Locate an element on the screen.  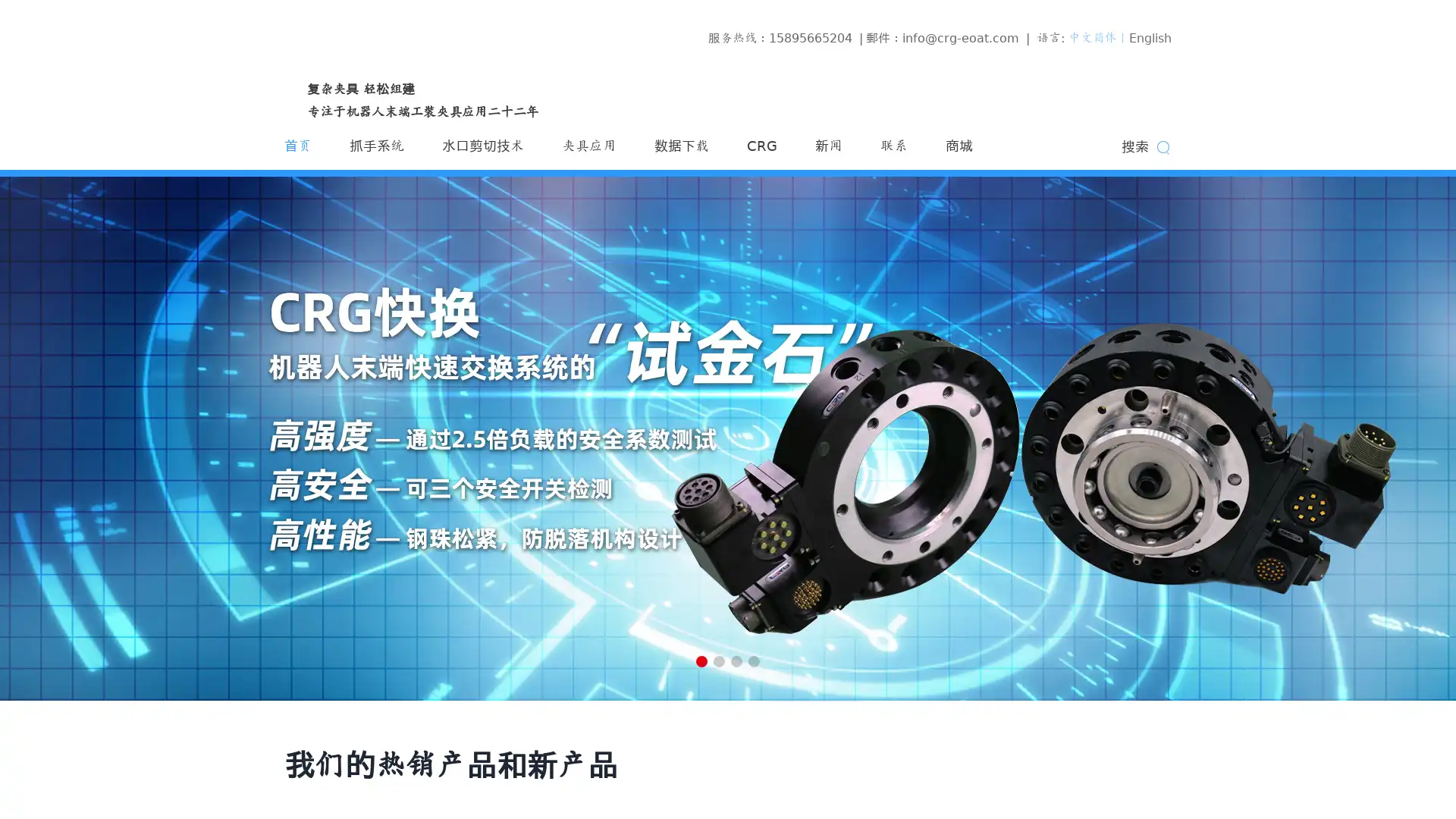
Go to slide 2 is located at coordinates (718, 661).